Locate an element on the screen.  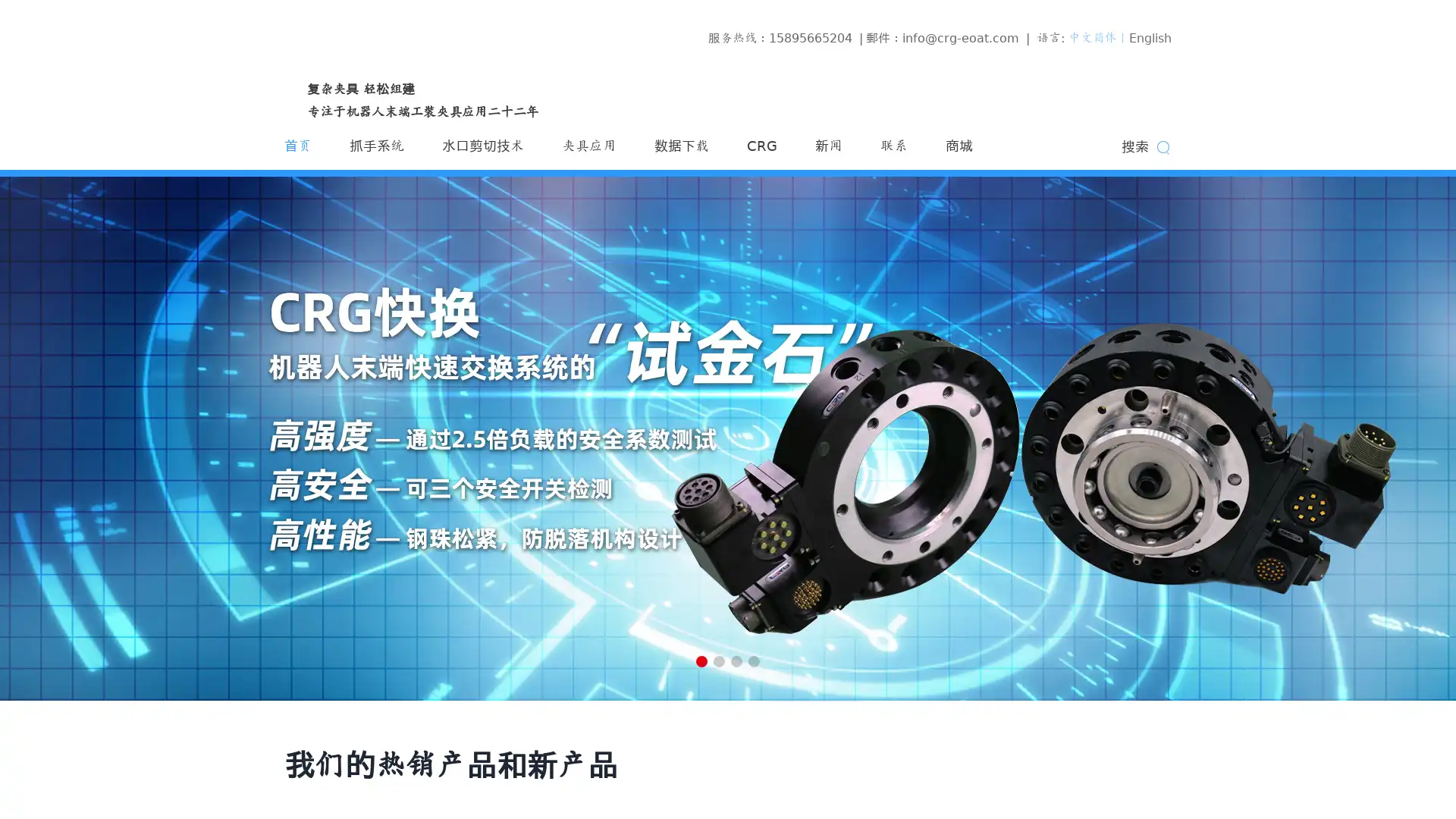
Go to slide 2 is located at coordinates (718, 661).